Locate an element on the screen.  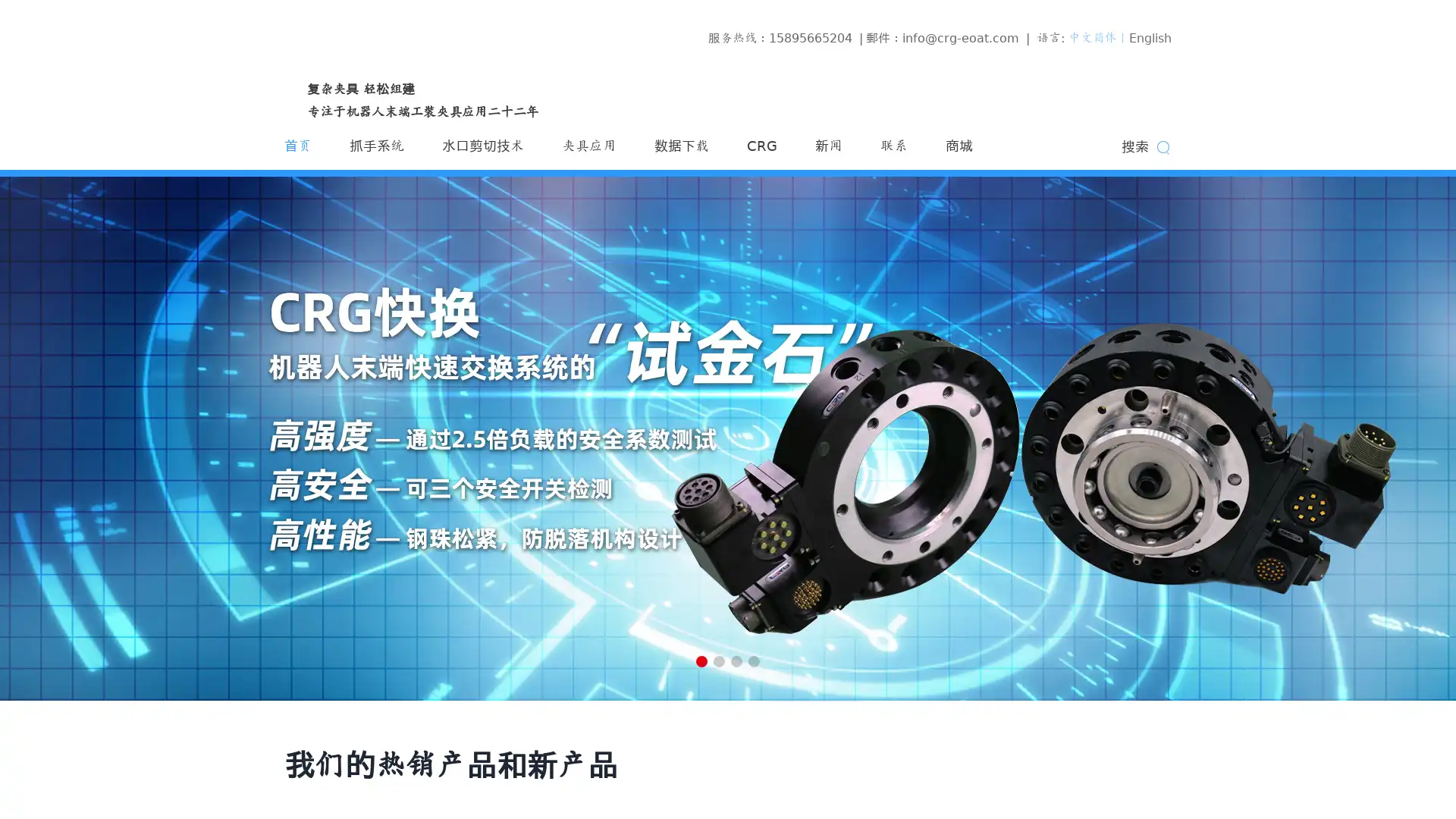
Go to slide 2 is located at coordinates (718, 661).